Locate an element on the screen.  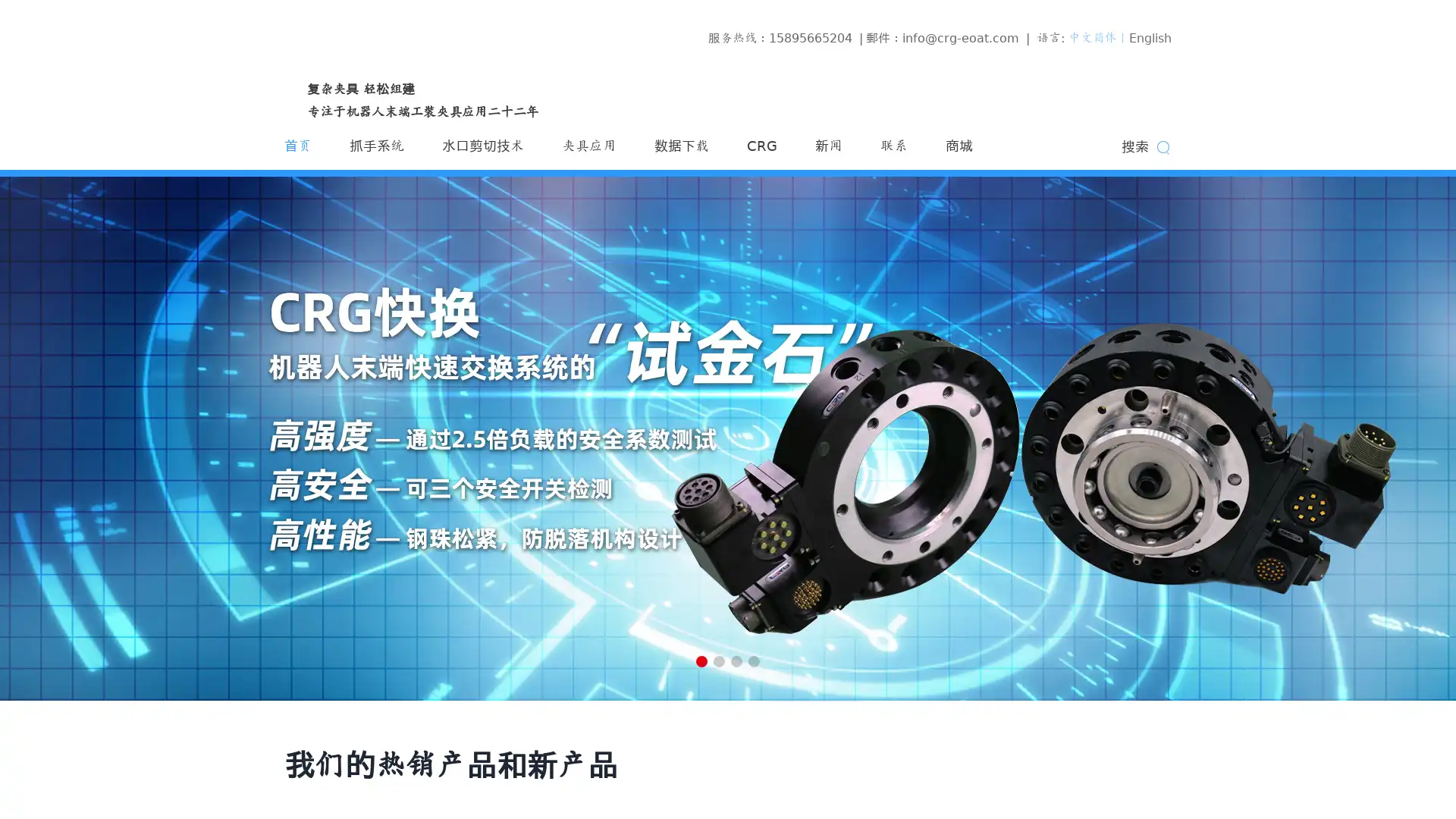
Go to slide 2 is located at coordinates (718, 661).